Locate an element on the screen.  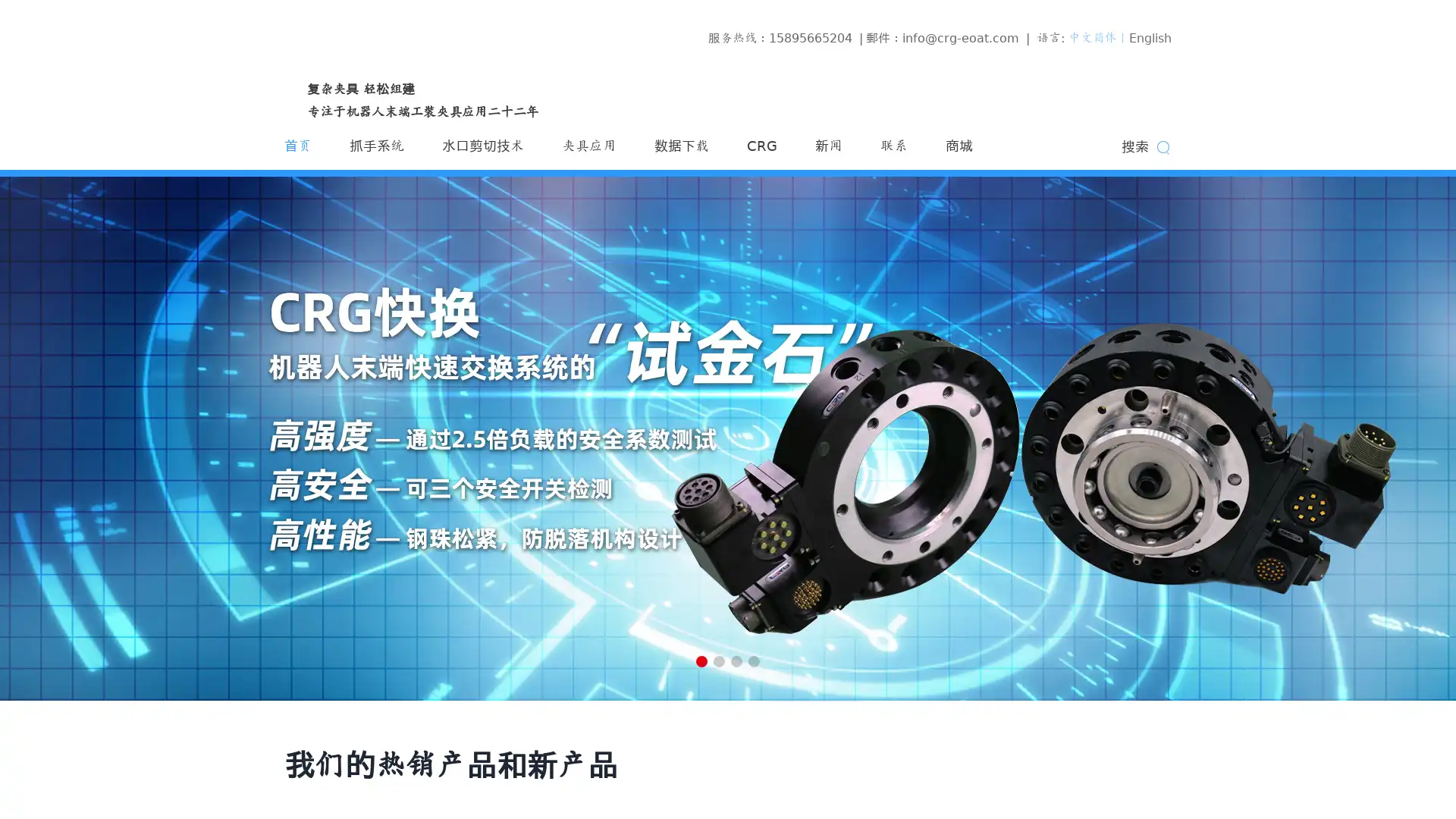
Go to slide 2 is located at coordinates (718, 661).